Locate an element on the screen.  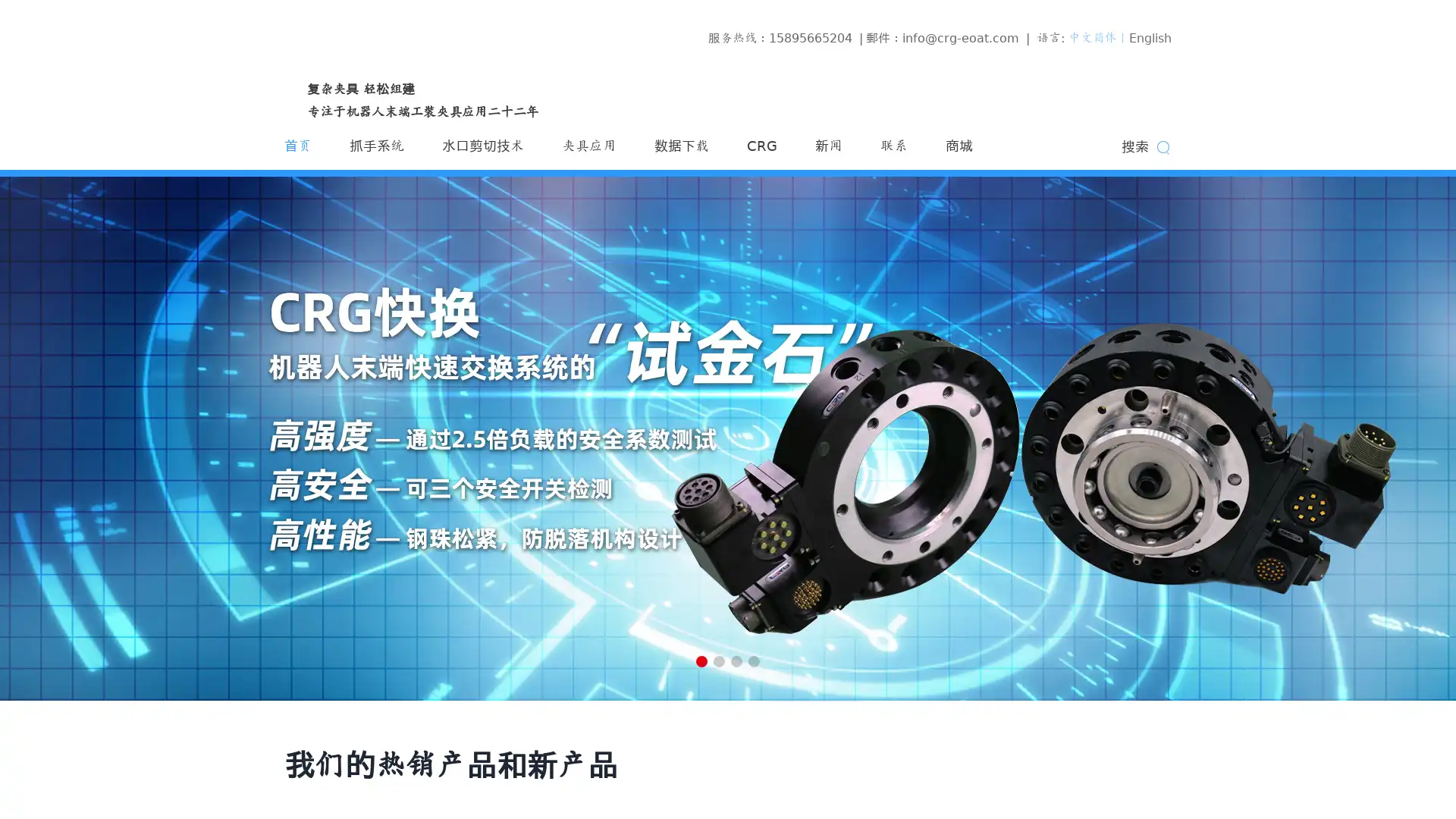
Go to slide 2 is located at coordinates (718, 661).